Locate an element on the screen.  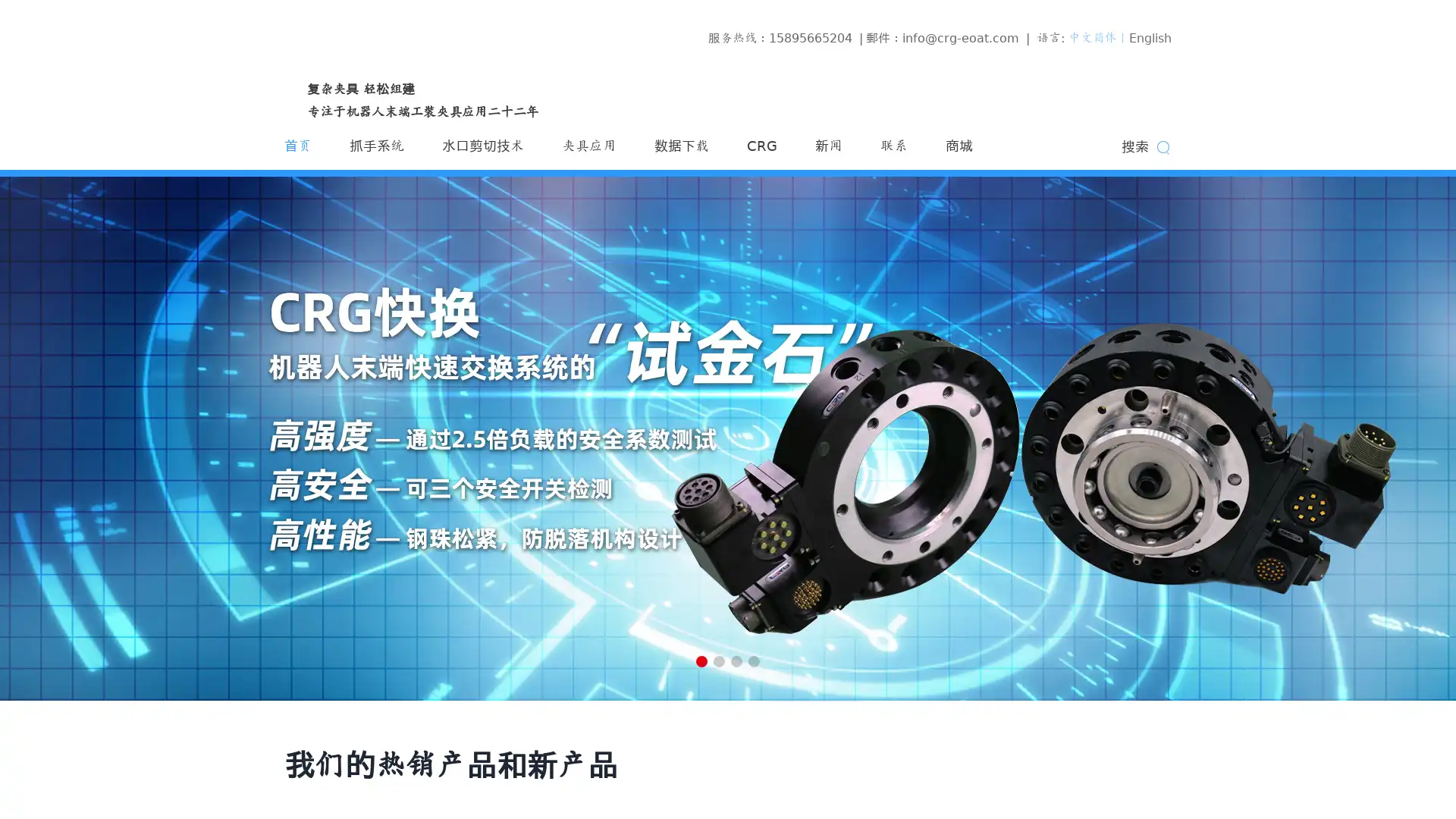
Go to slide 2 is located at coordinates (718, 661).